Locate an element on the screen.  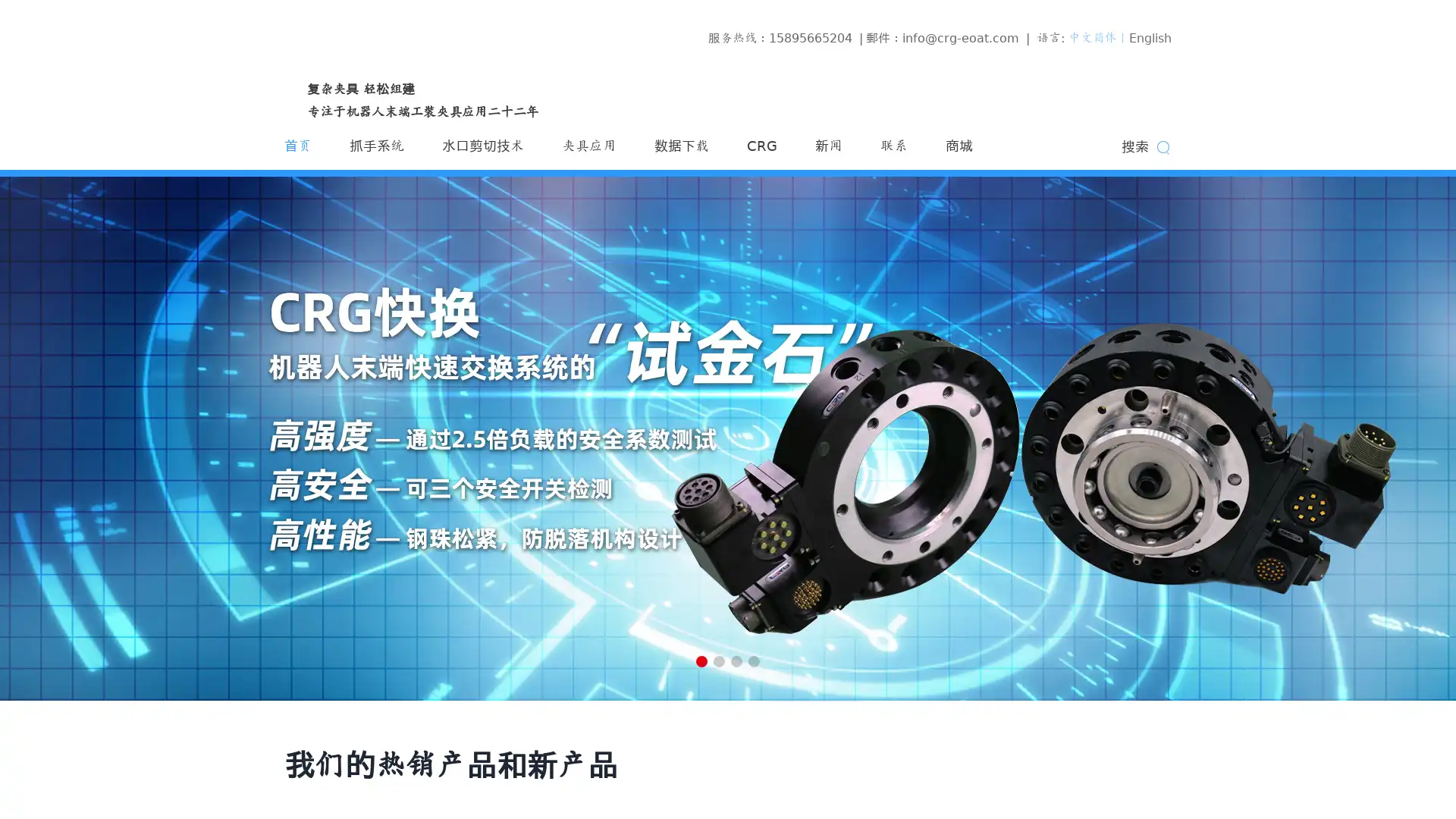
Go to slide 2 is located at coordinates (718, 661).